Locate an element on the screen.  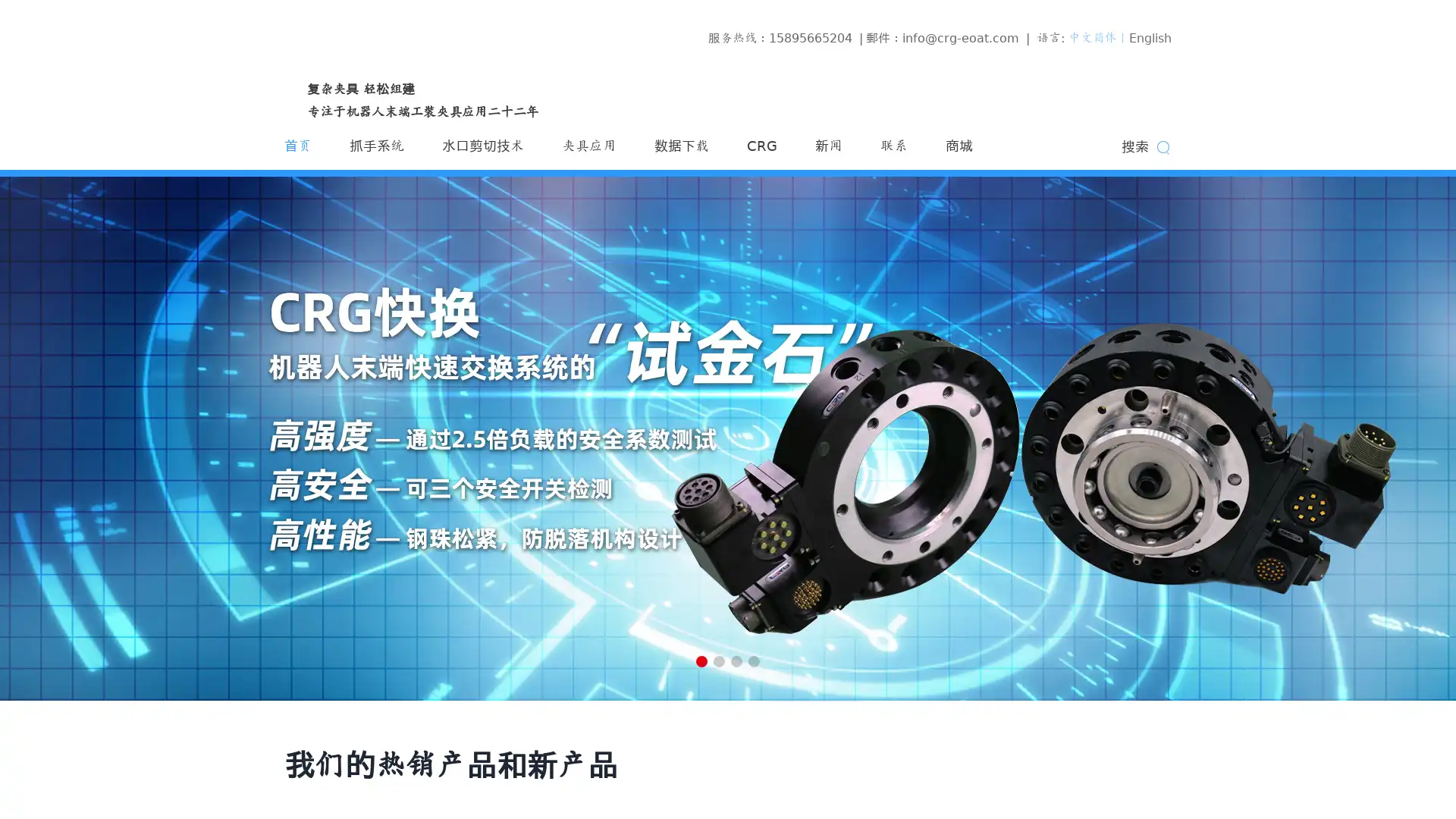
Go to slide 2 is located at coordinates (718, 661).